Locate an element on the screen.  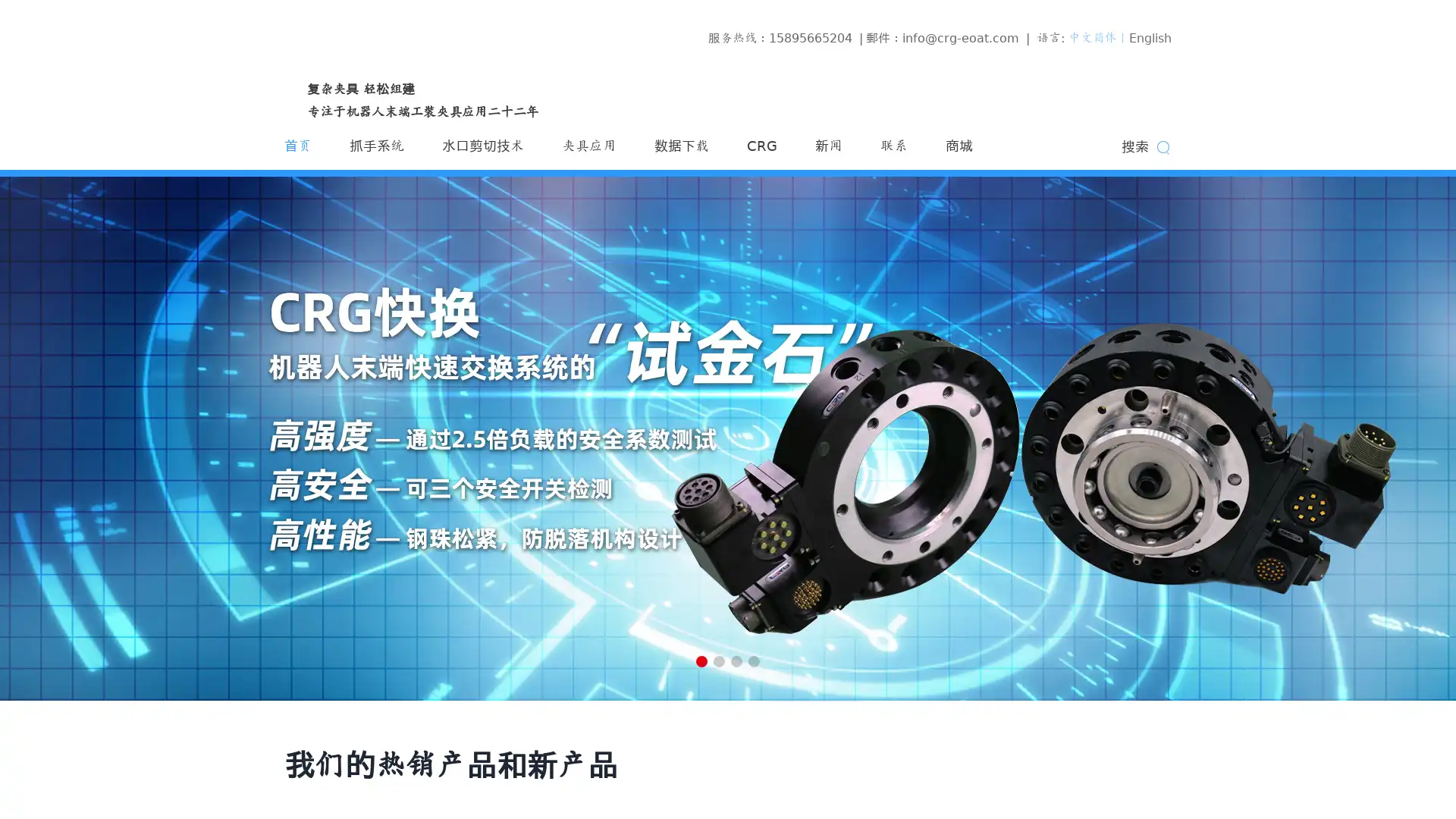
Go to slide 2 is located at coordinates (718, 661).